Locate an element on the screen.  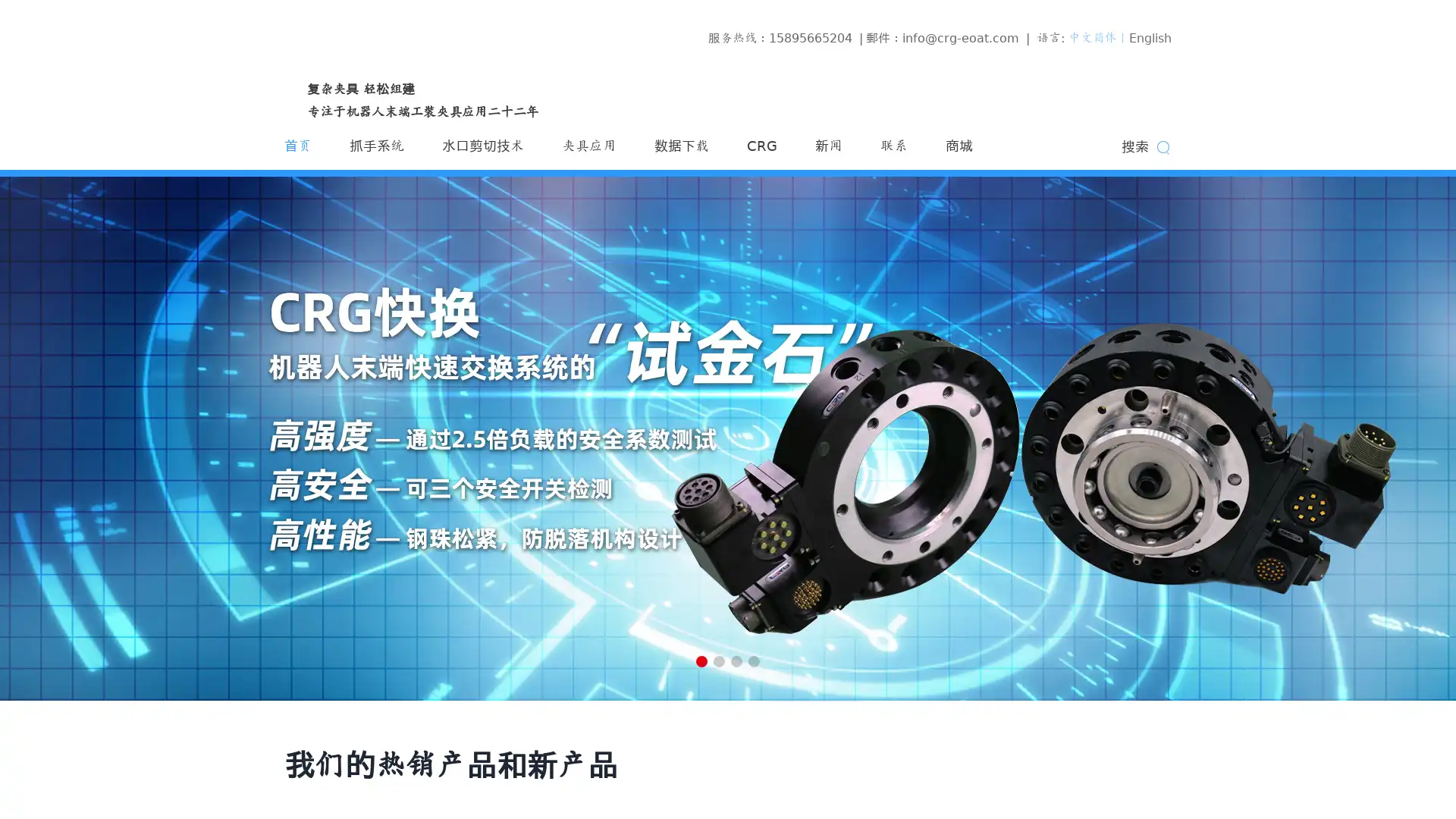
Go to slide 2 is located at coordinates (718, 661).